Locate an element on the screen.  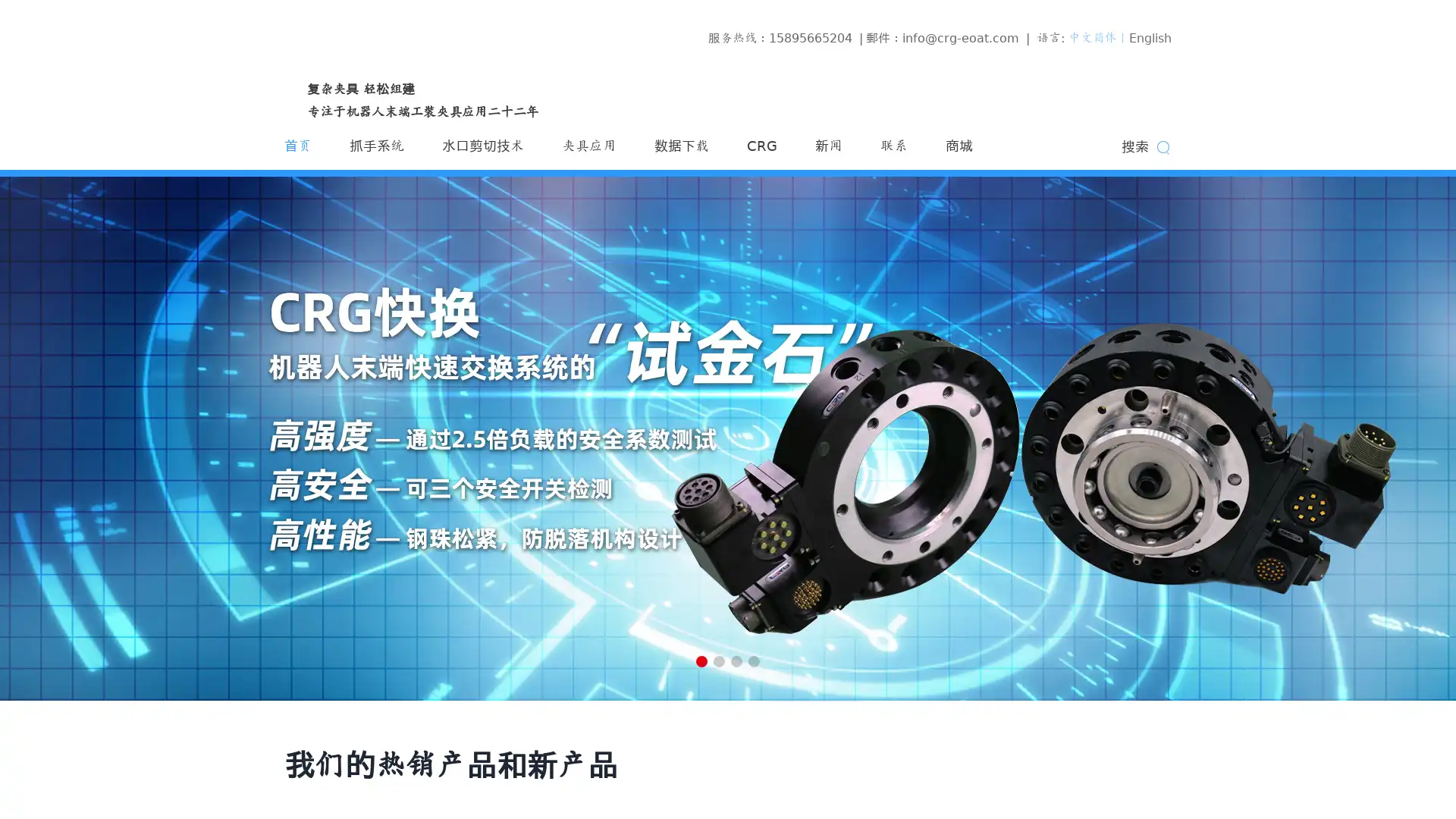
Go to slide 2 is located at coordinates (718, 661).